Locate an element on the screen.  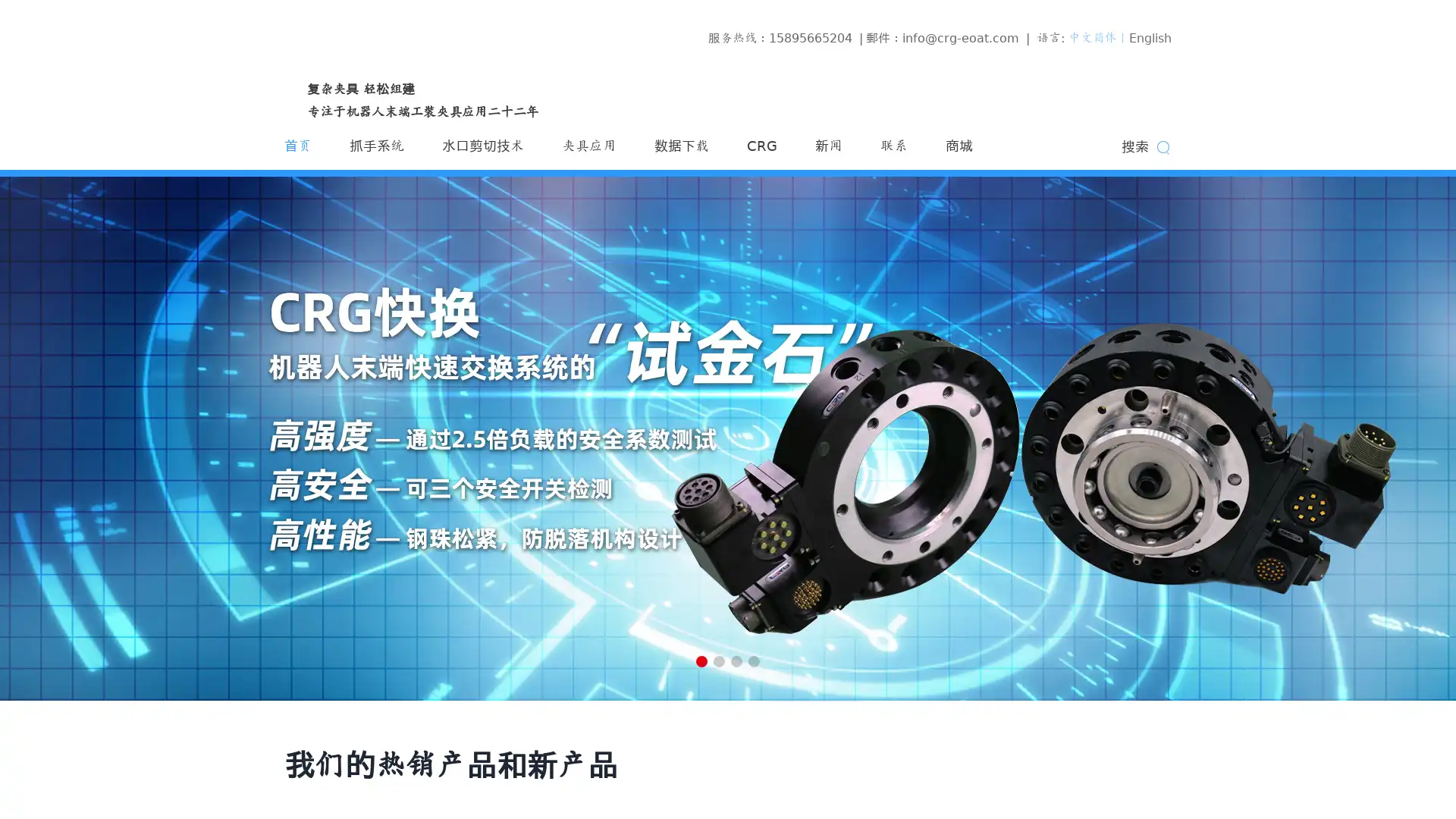
Go to slide 2 is located at coordinates (718, 661).